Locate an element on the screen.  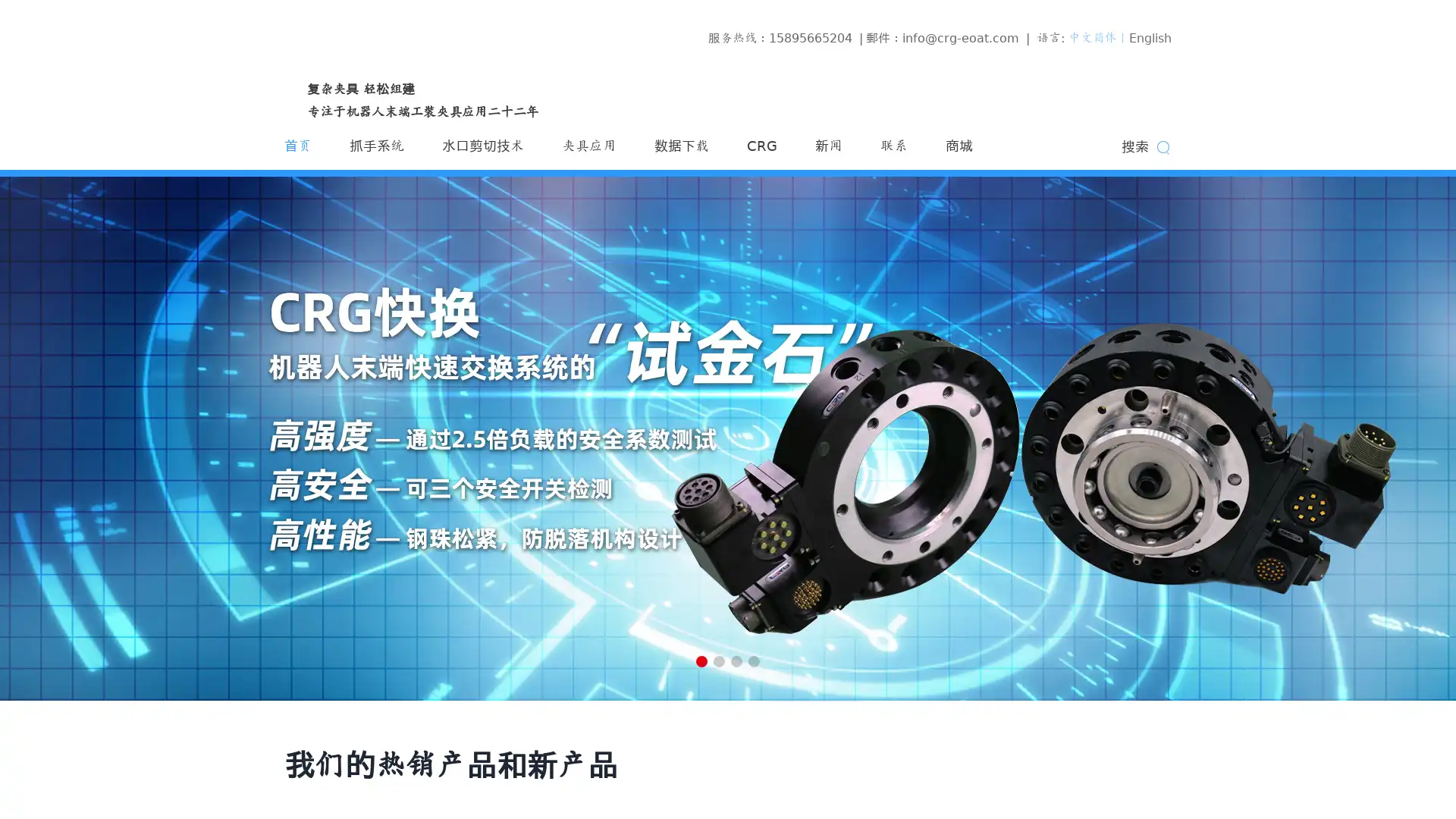
Go to slide 2 is located at coordinates (718, 661).